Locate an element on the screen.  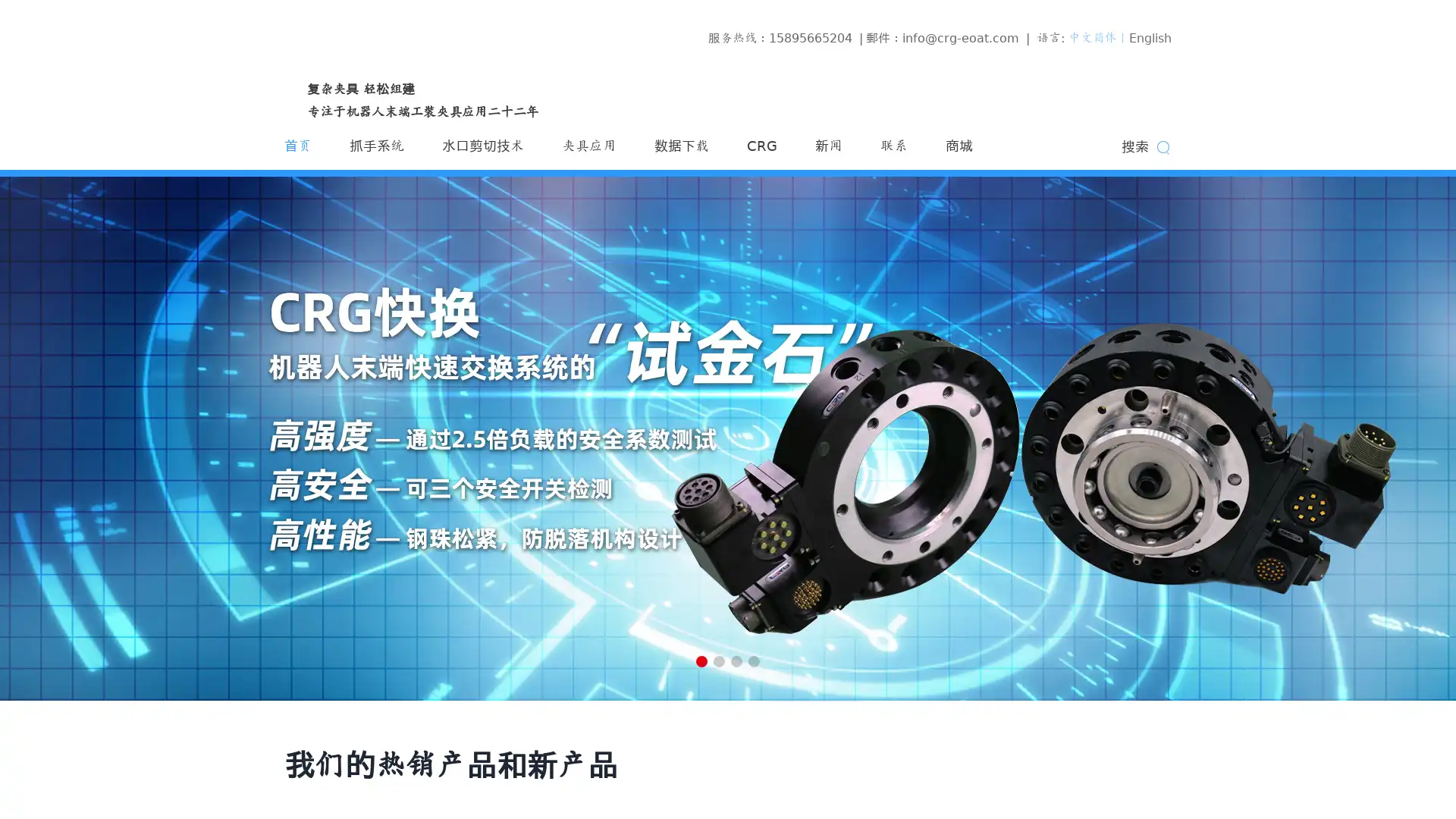
Go to slide 2 is located at coordinates (718, 661).